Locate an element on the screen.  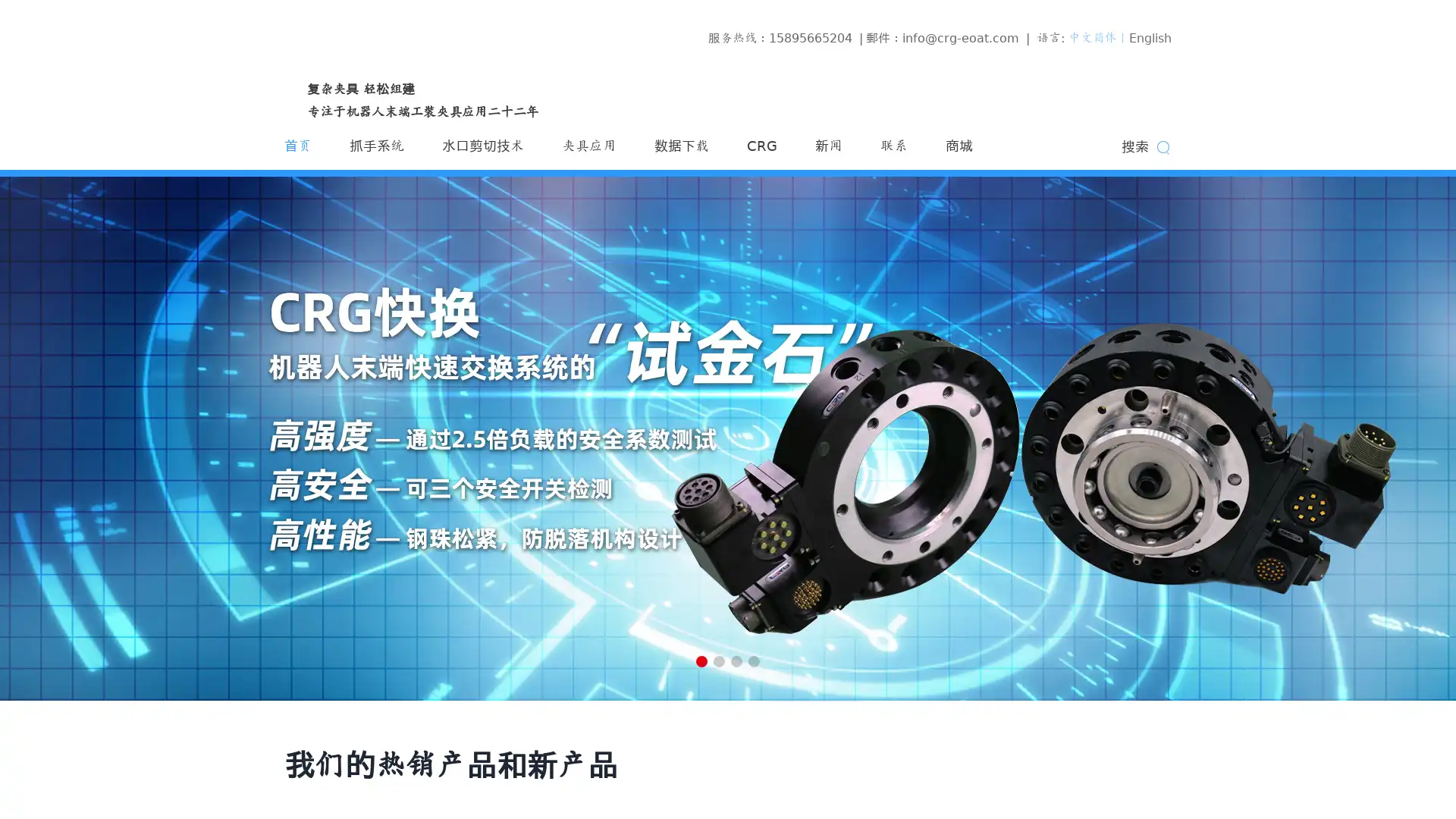
Go to slide 2 is located at coordinates (718, 661).